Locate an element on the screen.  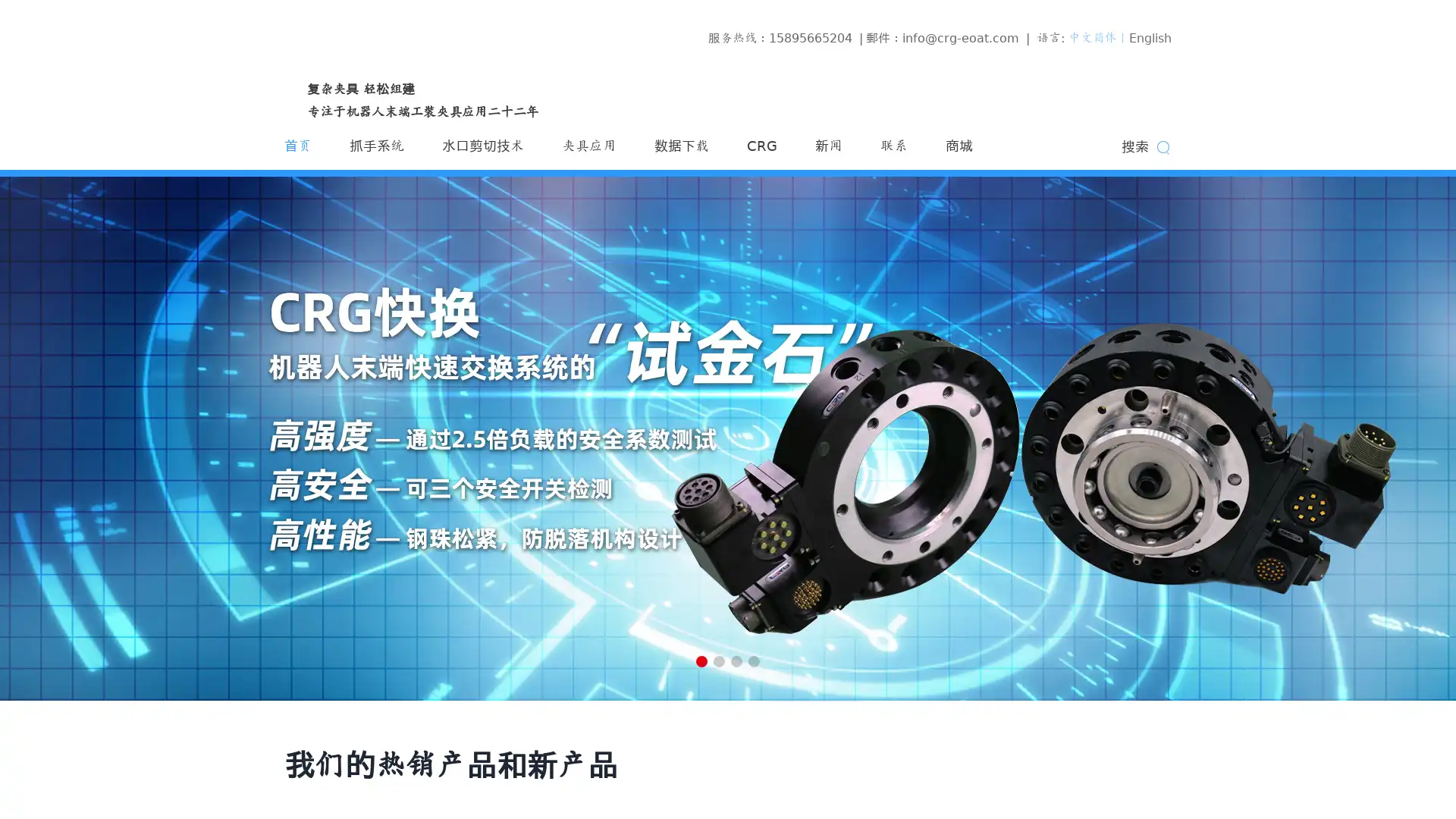
Go to slide 2 is located at coordinates (718, 661).